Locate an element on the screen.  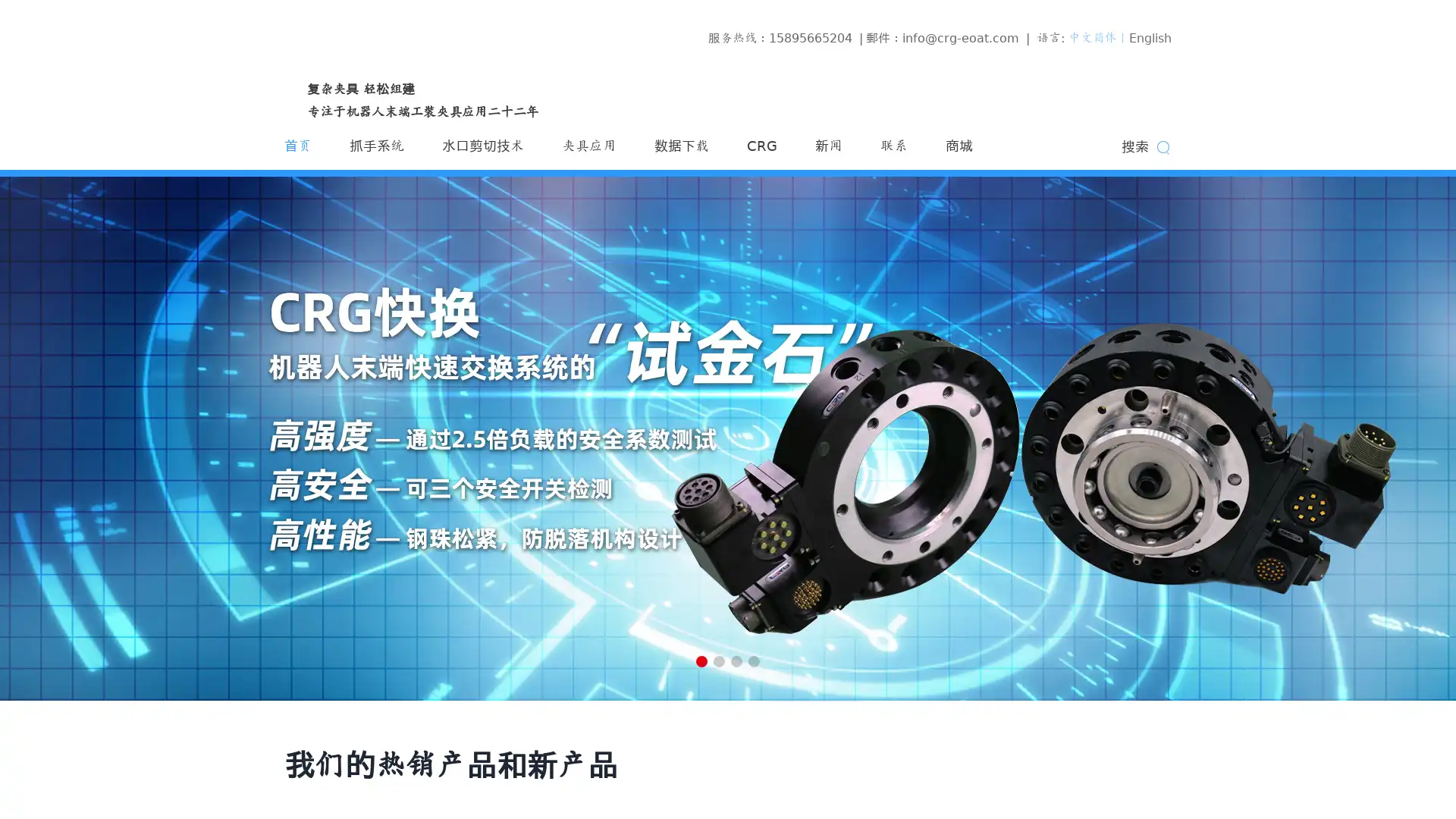
Go to slide 2 is located at coordinates (718, 661).